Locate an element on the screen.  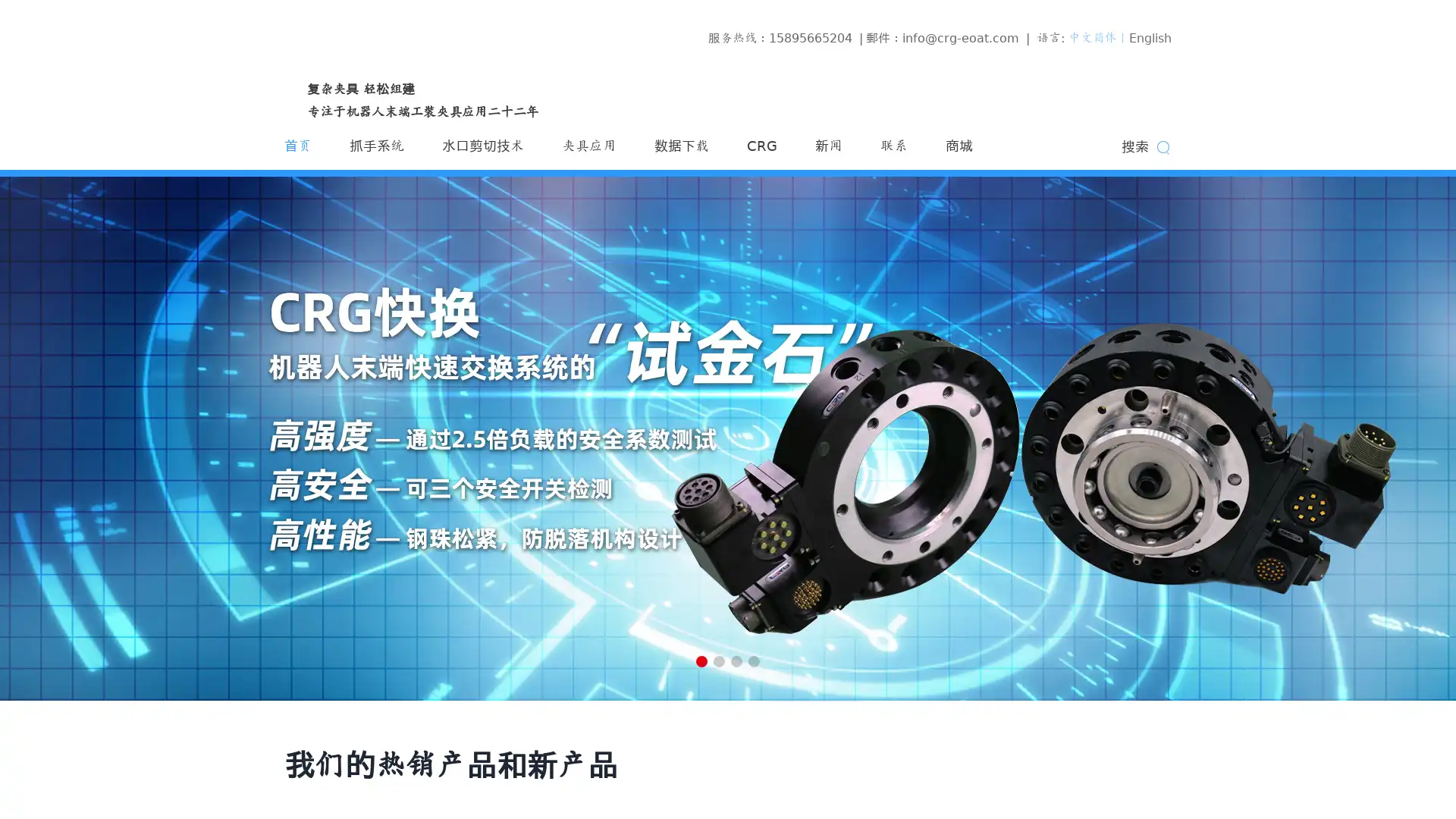
Go to slide 2 is located at coordinates (718, 661).